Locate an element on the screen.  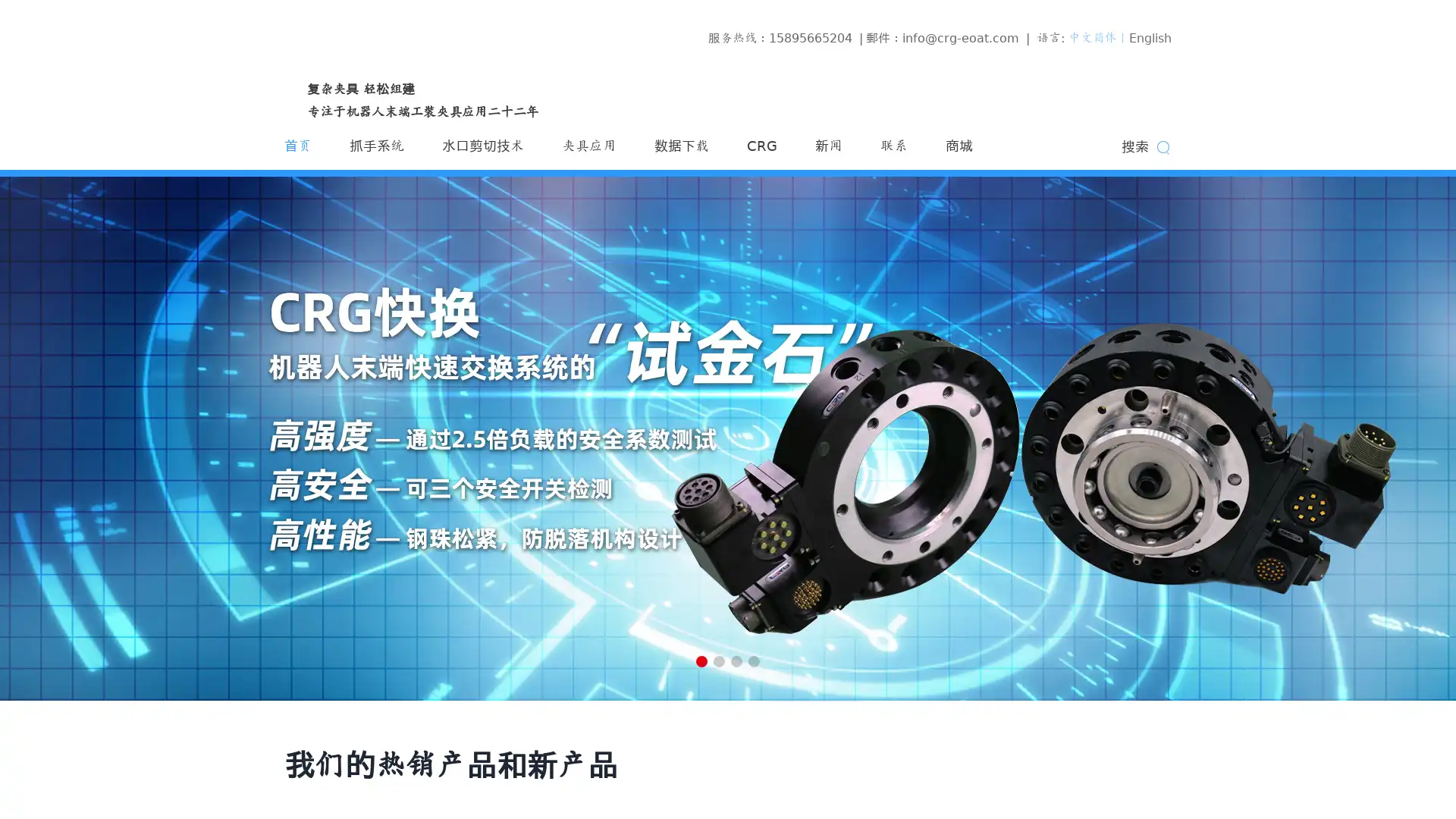
Go to slide 2 is located at coordinates (718, 661).